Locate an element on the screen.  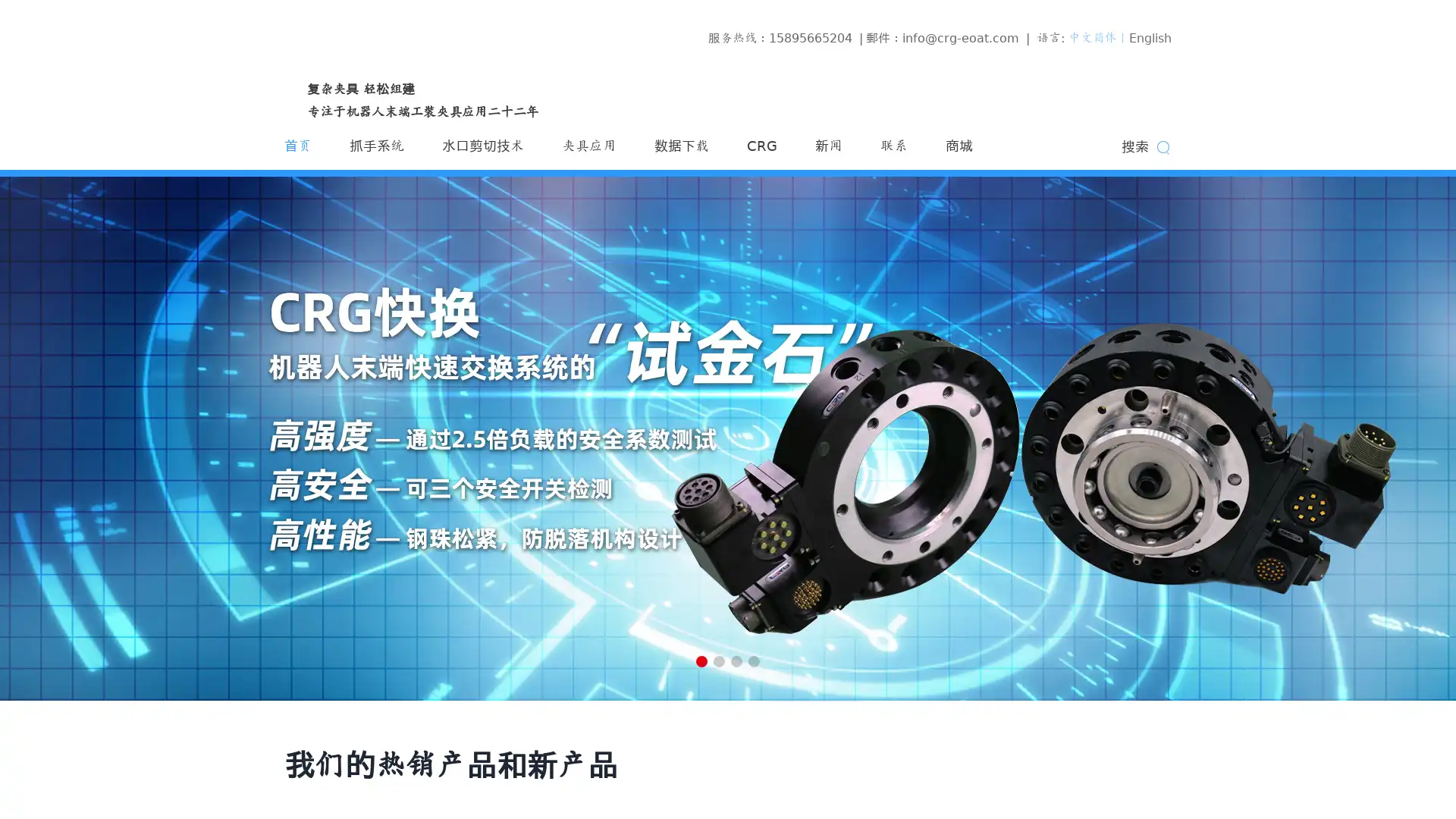
Go to slide 2 is located at coordinates (718, 661).